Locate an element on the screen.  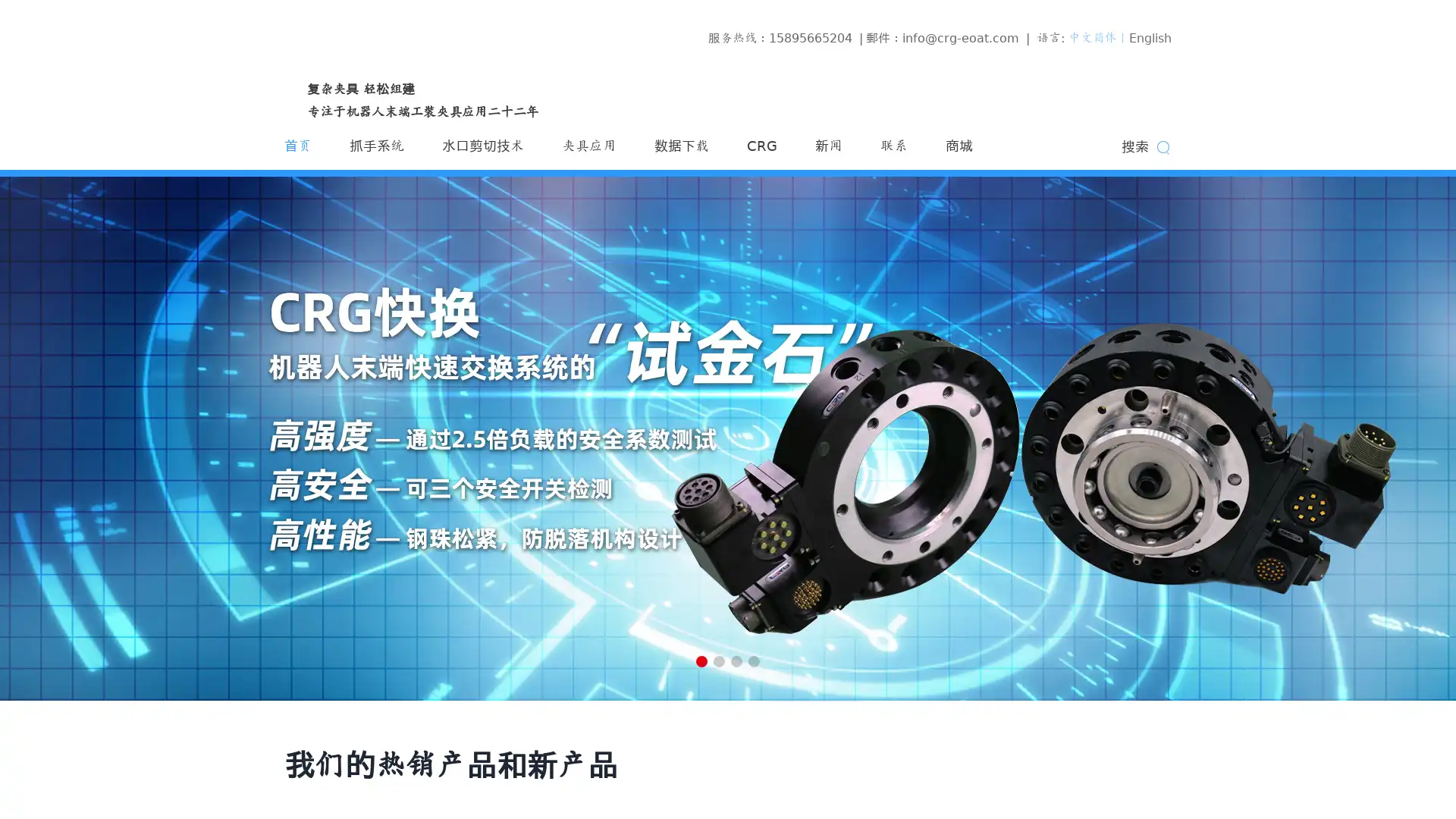
Go to slide 2 is located at coordinates (718, 661).